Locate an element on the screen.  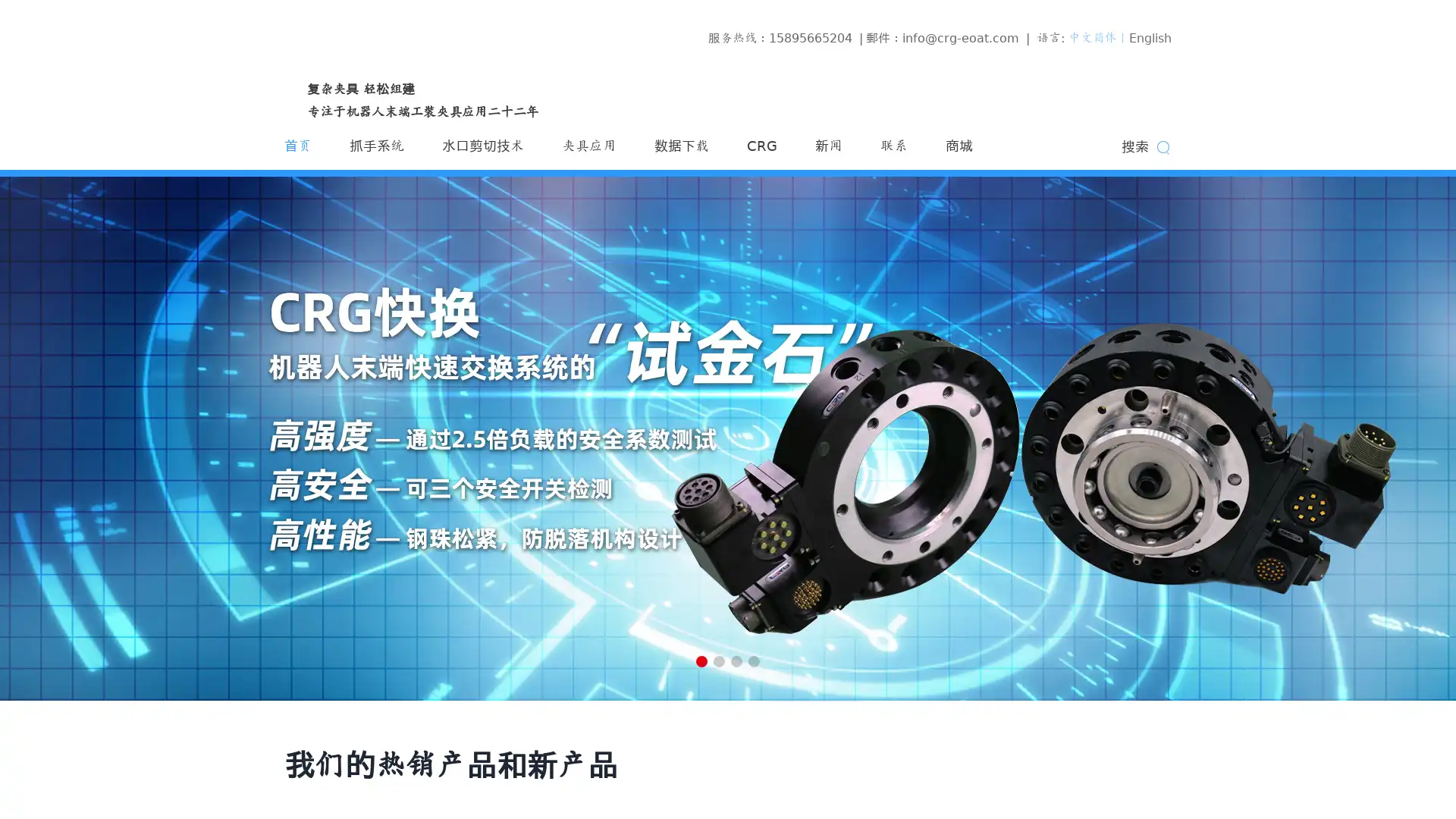
Go to slide 2 is located at coordinates (718, 661).